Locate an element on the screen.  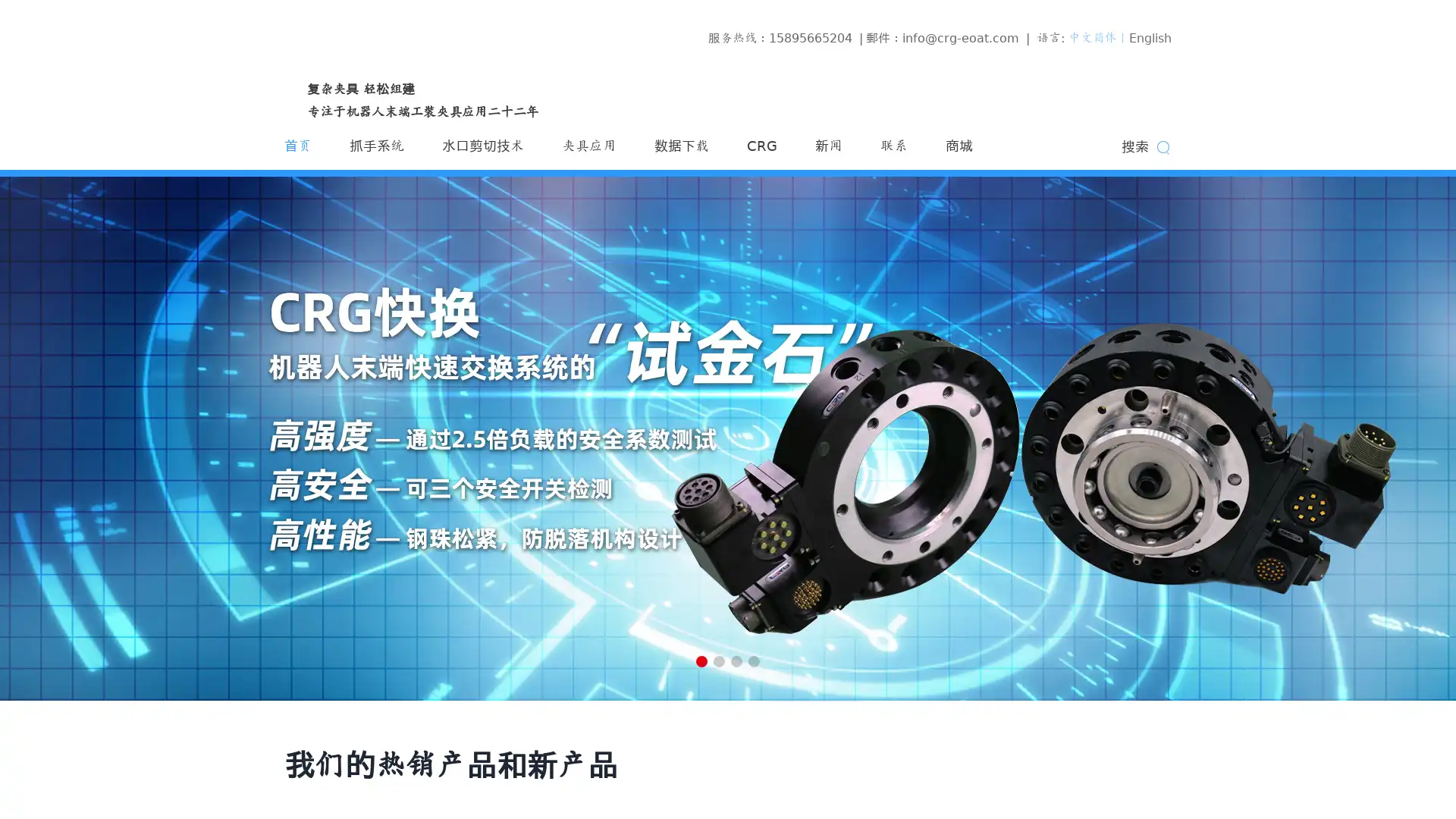
Go to slide 2 is located at coordinates (718, 661).